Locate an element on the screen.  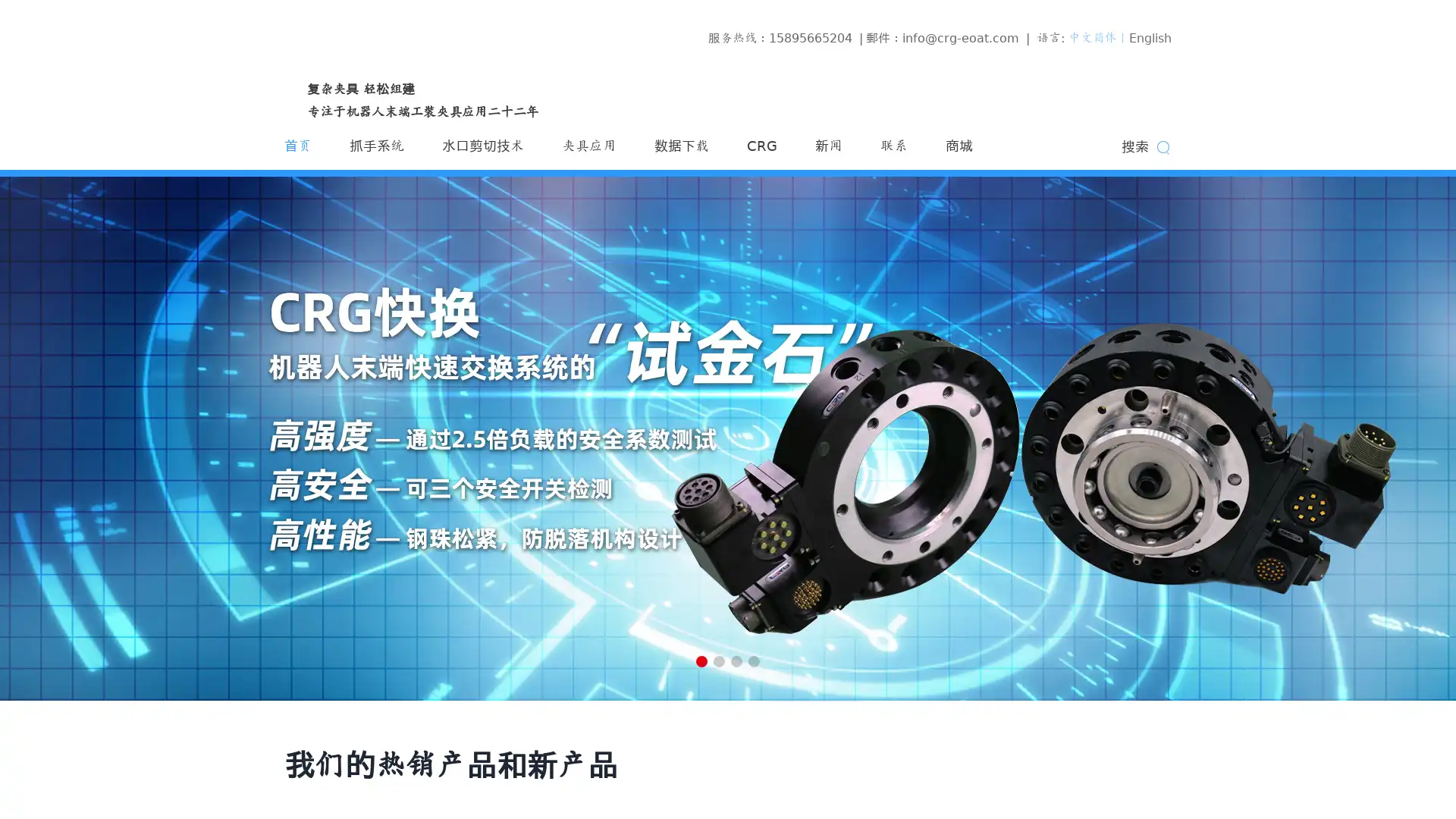
Go to slide 2 is located at coordinates (718, 661).